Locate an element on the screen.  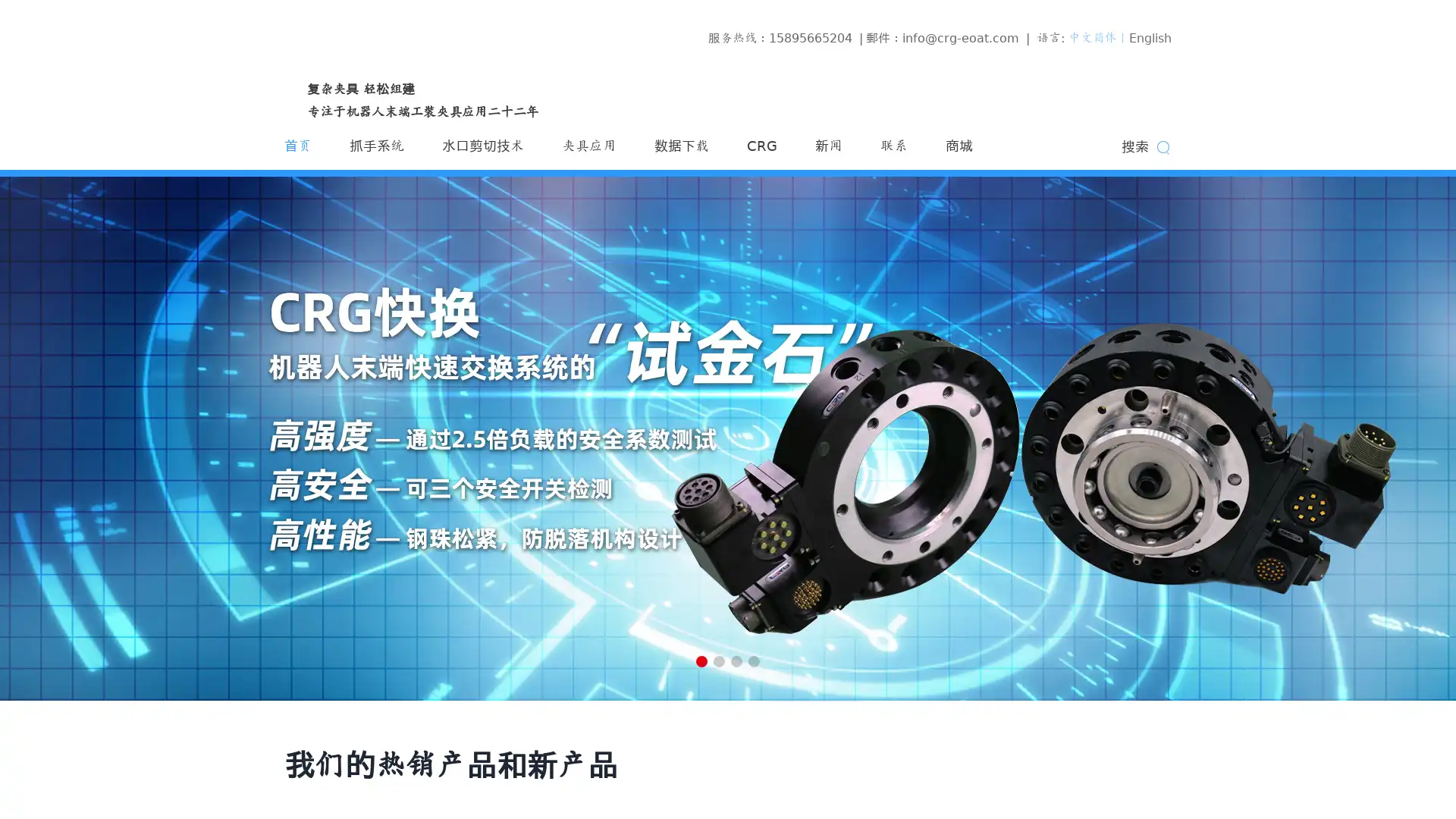
Go to slide 2 is located at coordinates (718, 661).